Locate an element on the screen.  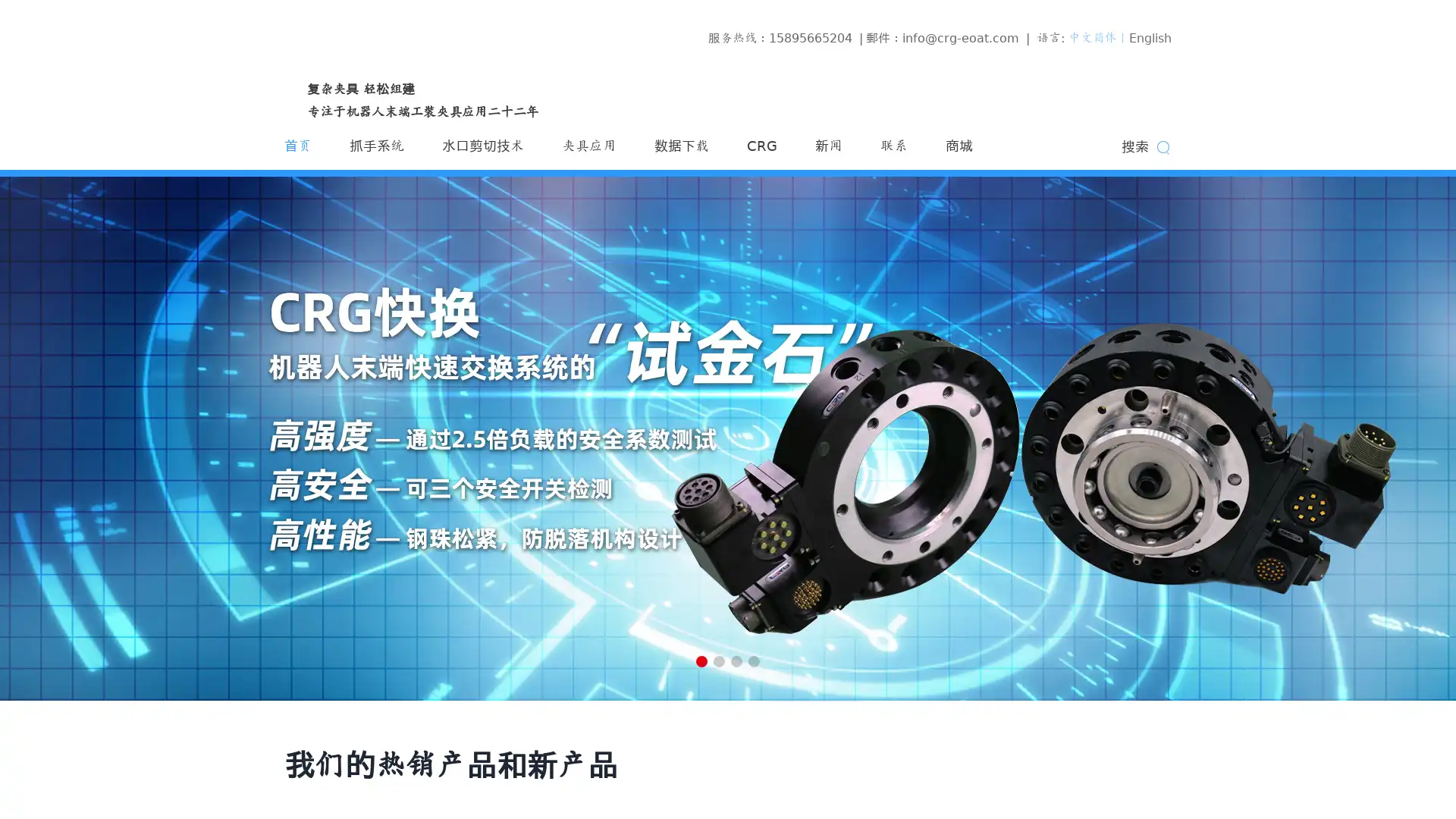
Go to slide 2 is located at coordinates (718, 661).